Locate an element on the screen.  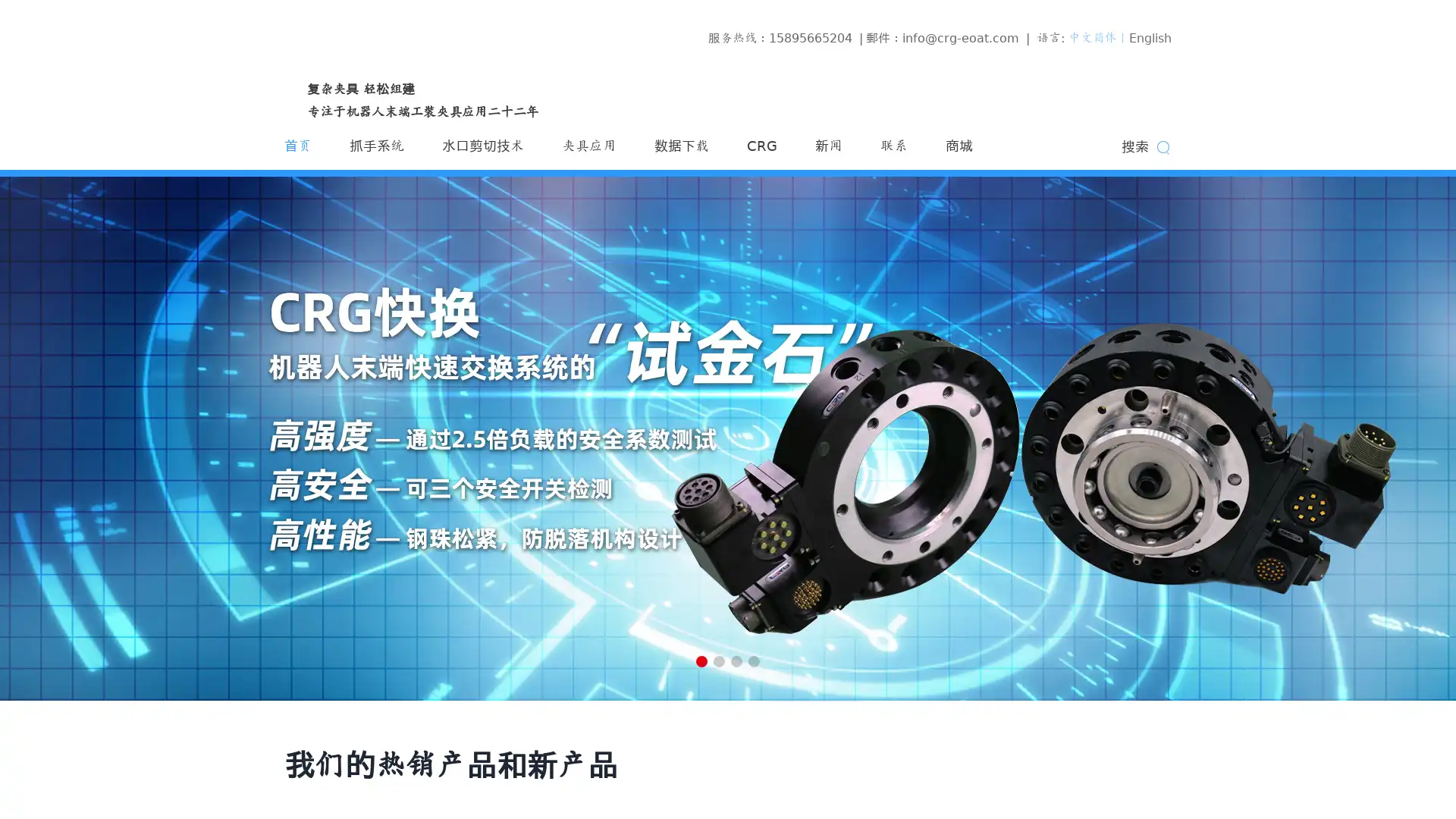
Go to slide 2 is located at coordinates (718, 661).